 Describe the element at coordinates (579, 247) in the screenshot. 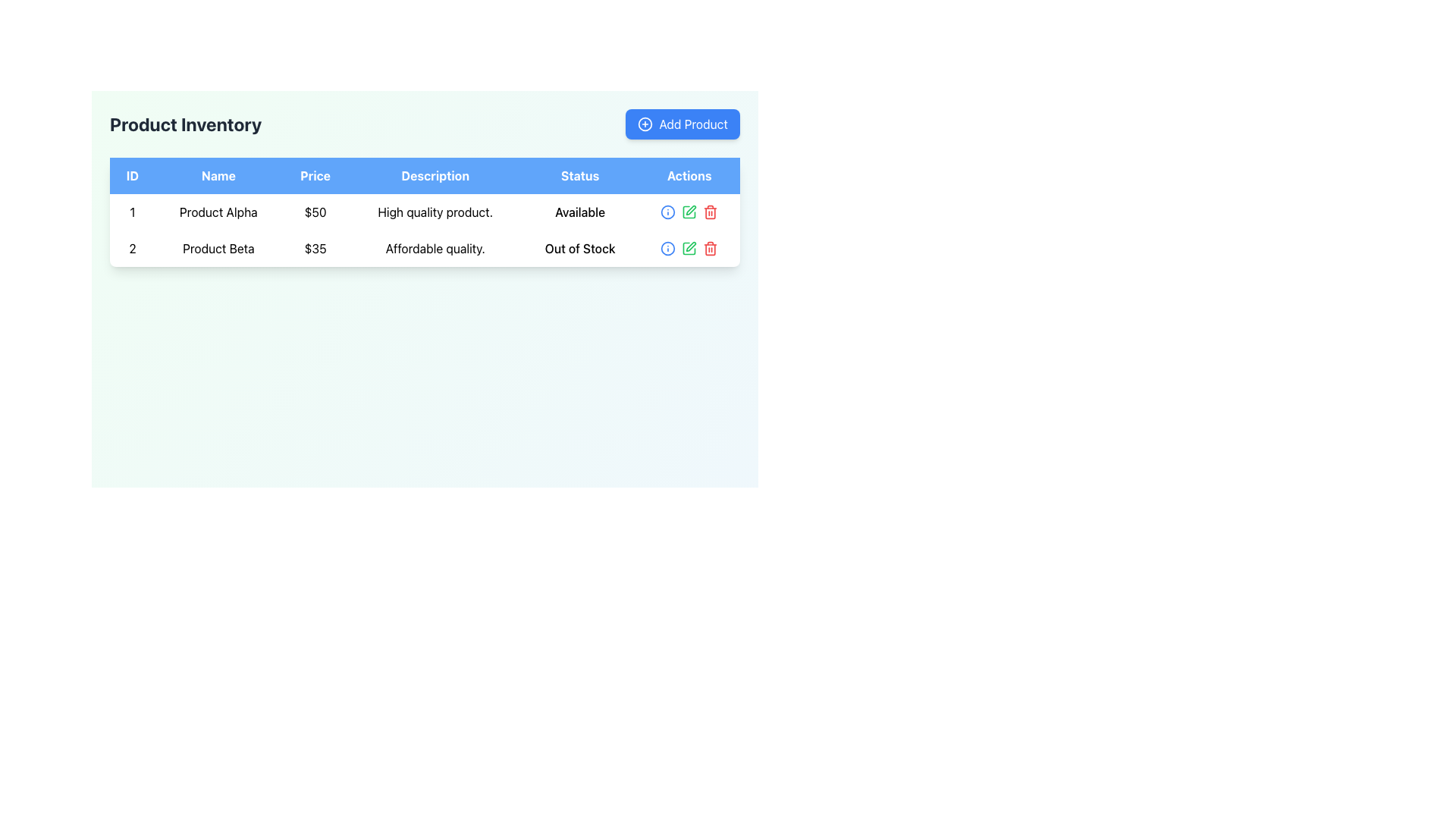

I see `the 'Out of Stock' text label in the 'Status' column of the second row of the product details table for 'Product Beta'` at that location.